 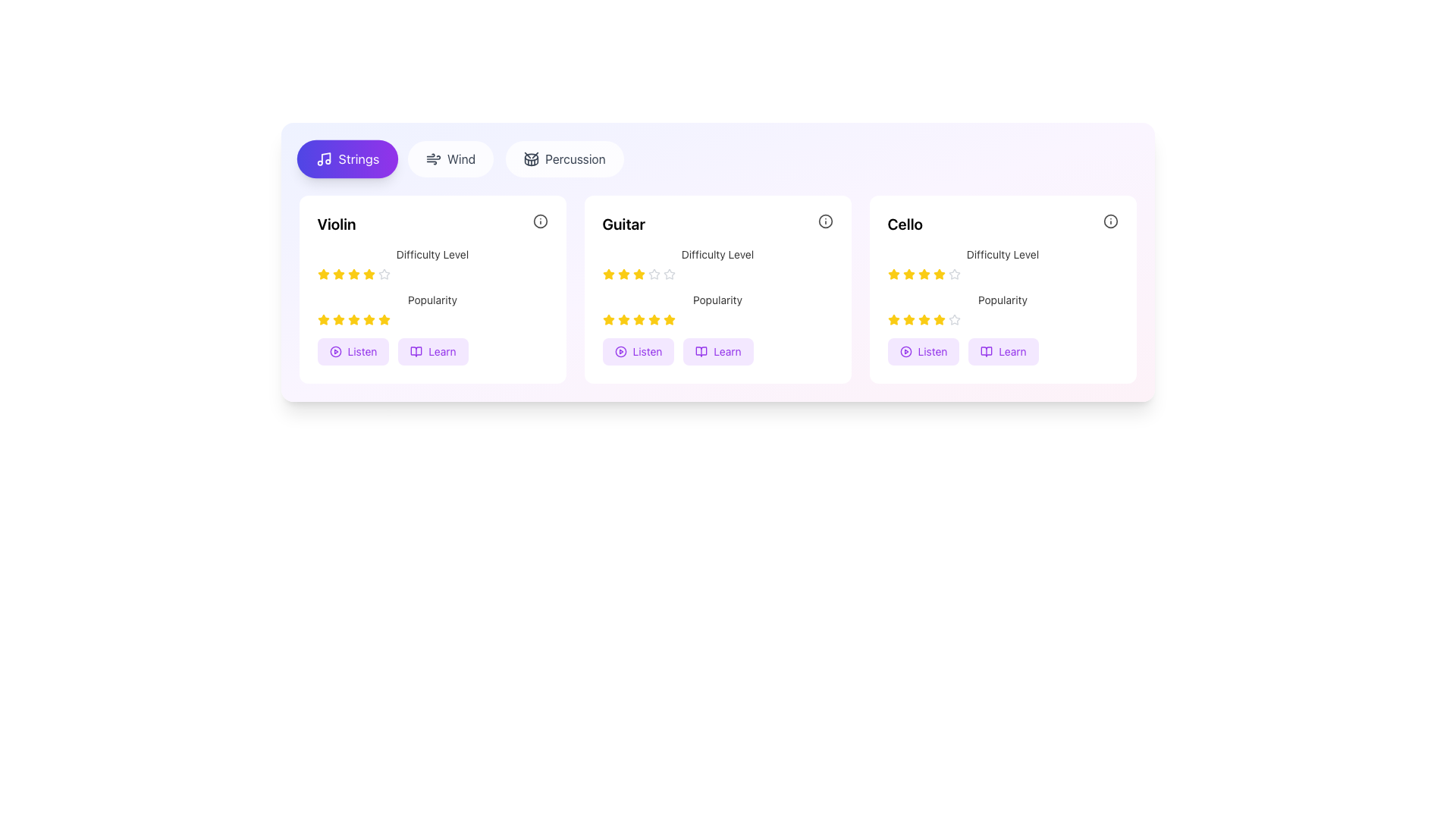 I want to click on the rating displayed by the star icons in the Rating indicator for the item 'Cello', located in the second row of the 'Difficulty Level' section within the card labeled 'Cello', so click(x=1003, y=275).